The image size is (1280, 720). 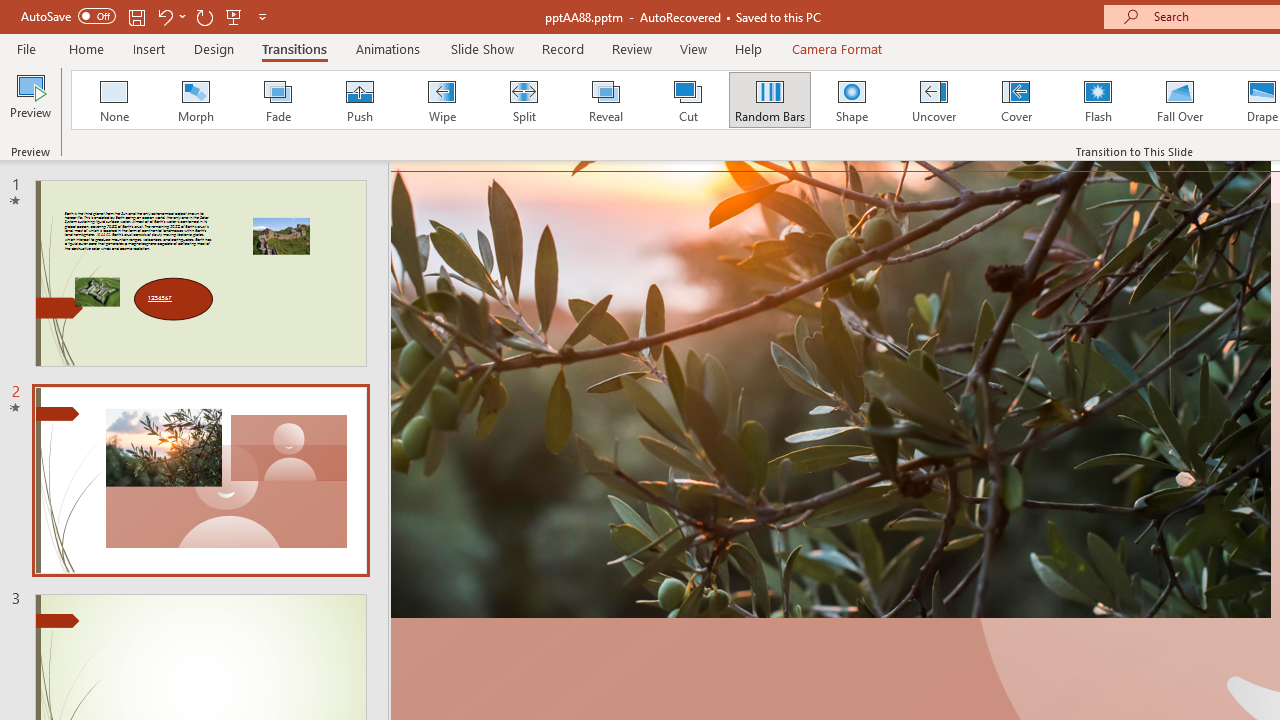 What do you see at coordinates (359, 100) in the screenshot?
I see `'Push'` at bounding box center [359, 100].